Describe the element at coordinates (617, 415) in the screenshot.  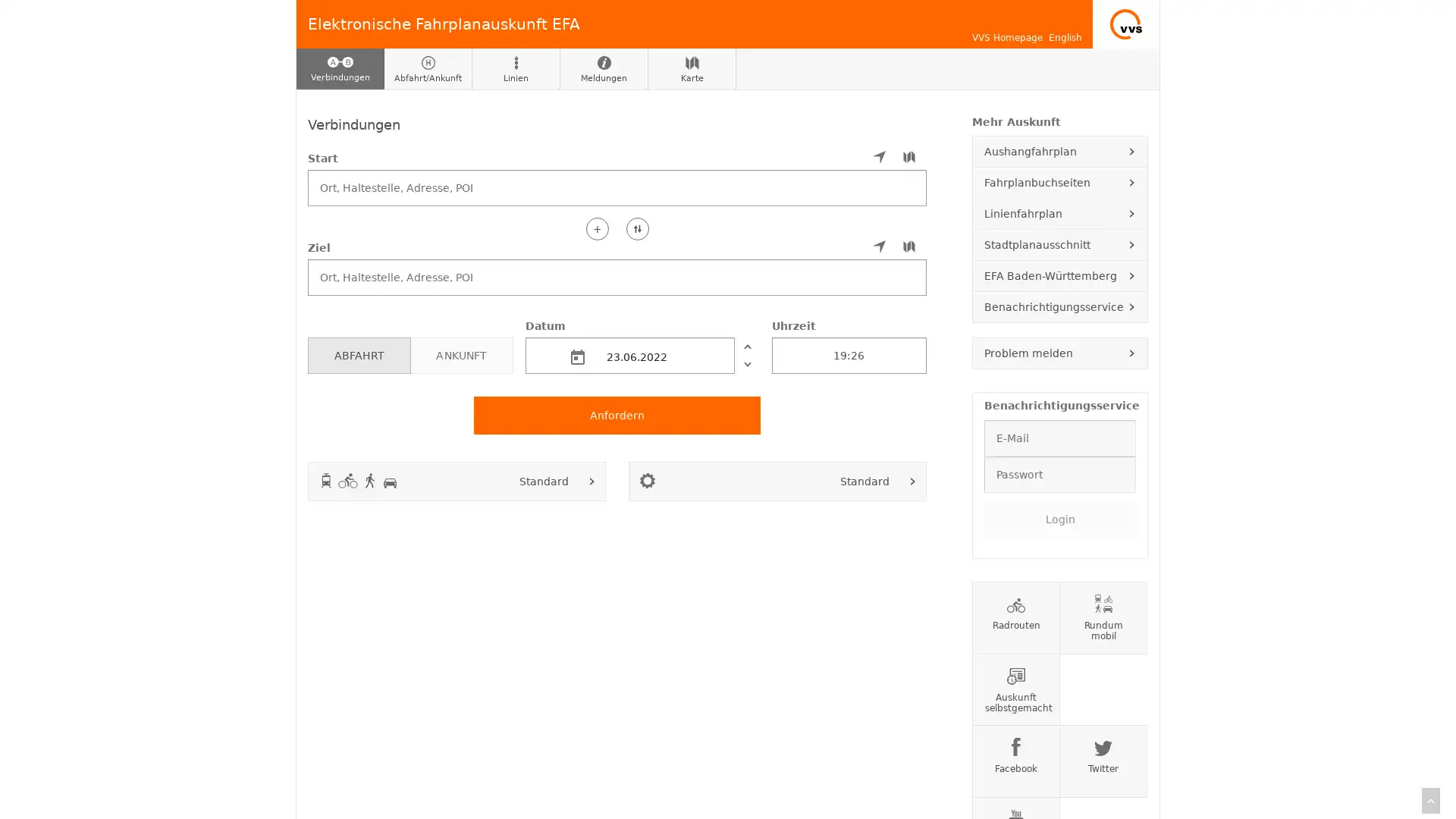
I see `Anfordern` at that location.